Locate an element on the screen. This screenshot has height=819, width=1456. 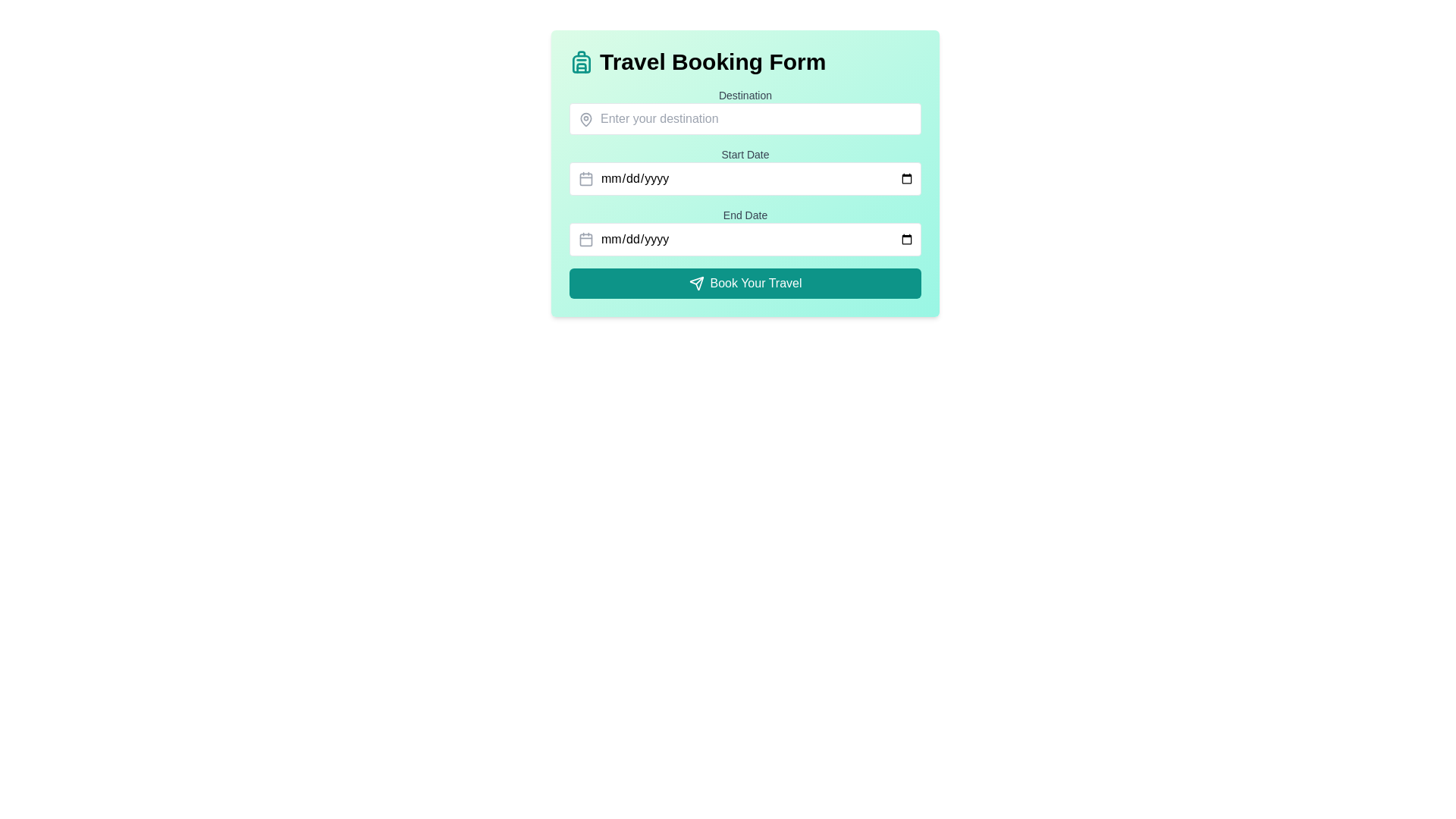
the rounded rectangle SVG graphic element resembling a calendar icon, which is adjacent to the 'End Date' text field is located at coordinates (585, 239).